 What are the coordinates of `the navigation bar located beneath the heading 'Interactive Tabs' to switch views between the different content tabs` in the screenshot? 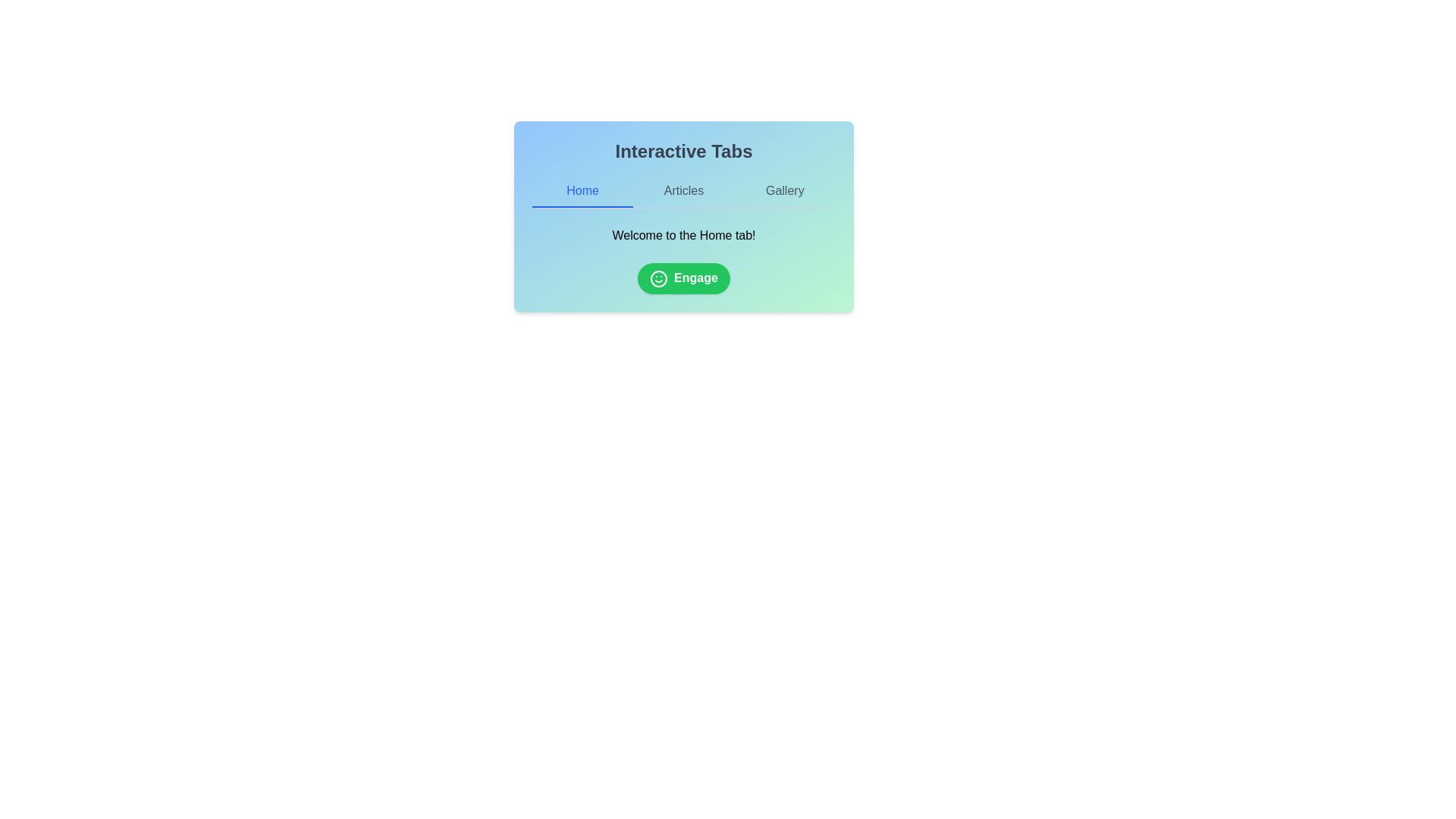 It's located at (683, 191).